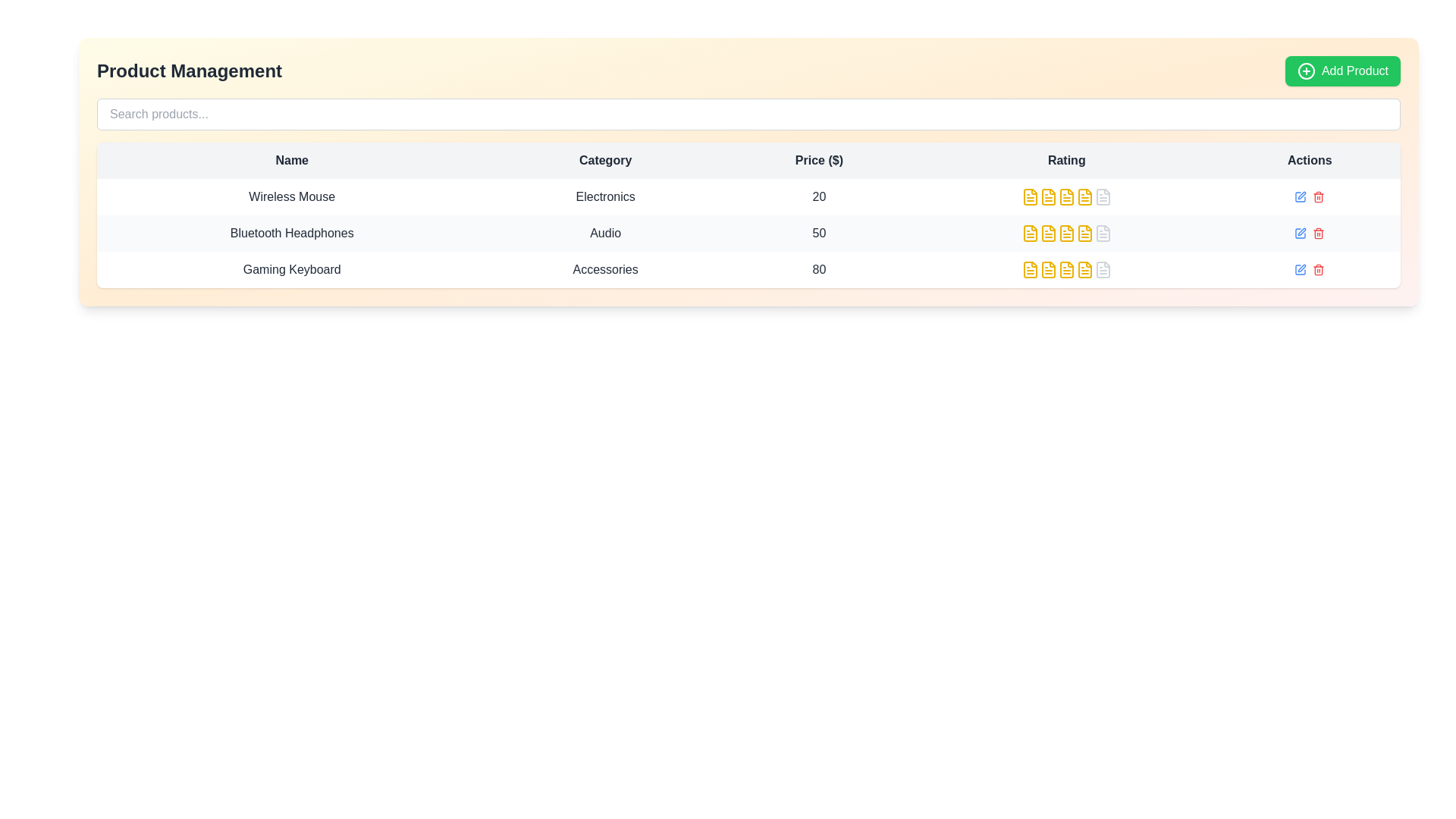 The height and width of the screenshot is (819, 1456). I want to click on the text header 'Name' which is displayed in bold on a light gray background, located in the first column of a table layout, so click(292, 161).